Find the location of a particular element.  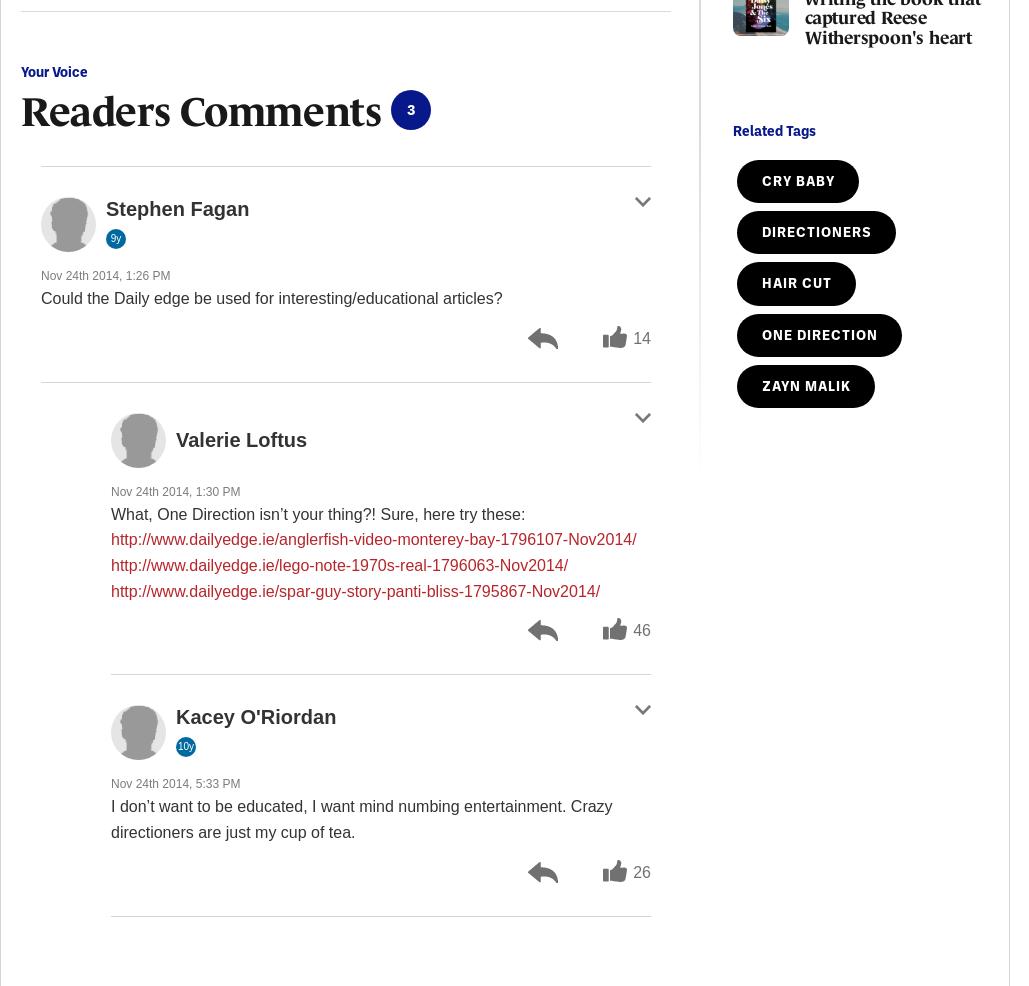

'Nov 24th 2014, 1:26 PM' is located at coordinates (104, 274).